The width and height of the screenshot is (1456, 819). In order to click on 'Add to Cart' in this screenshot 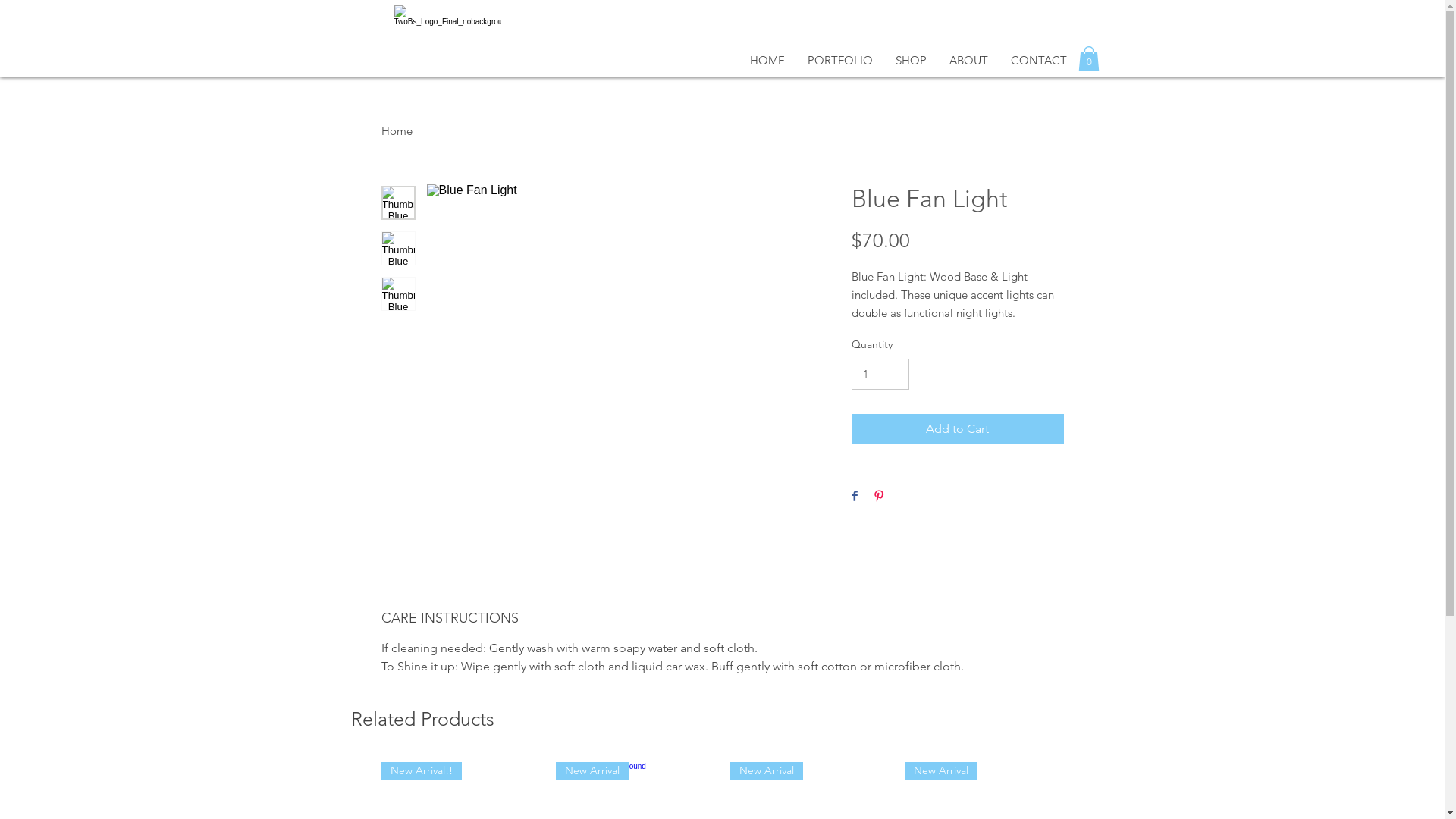, I will do `click(956, 429)`.